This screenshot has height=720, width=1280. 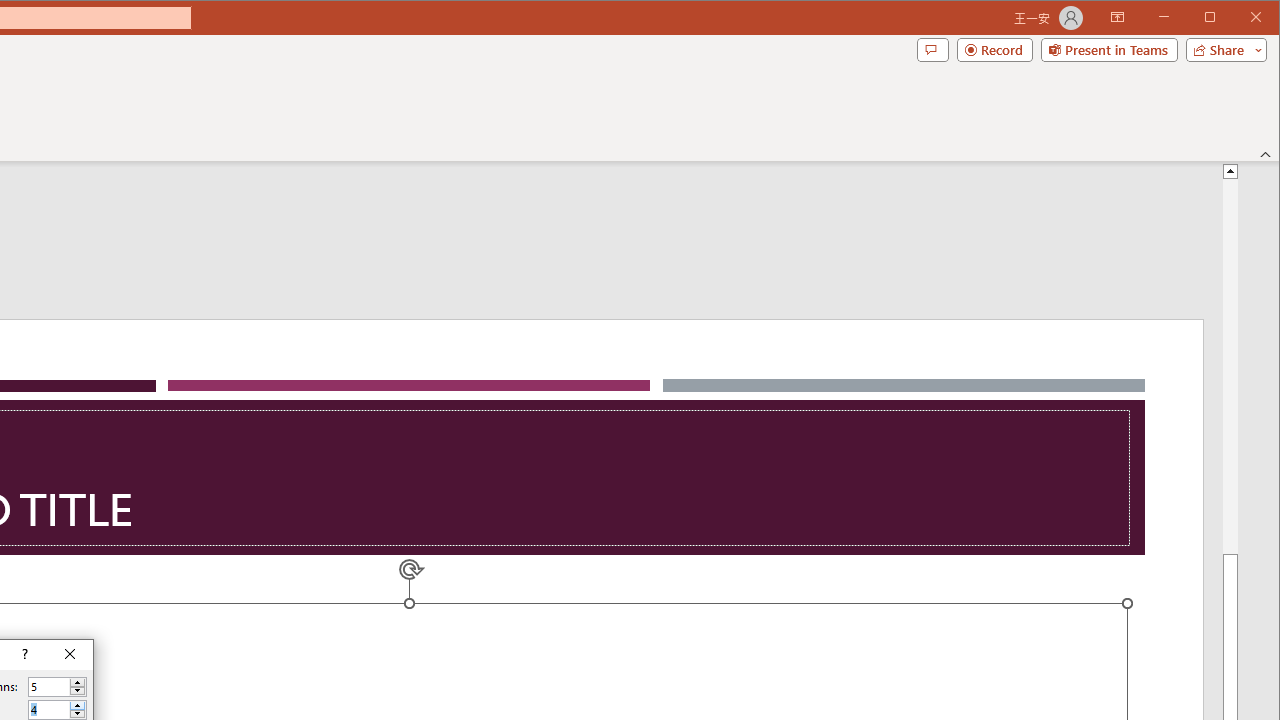 I want to click on 'Context help', so click(x=23, y=655).